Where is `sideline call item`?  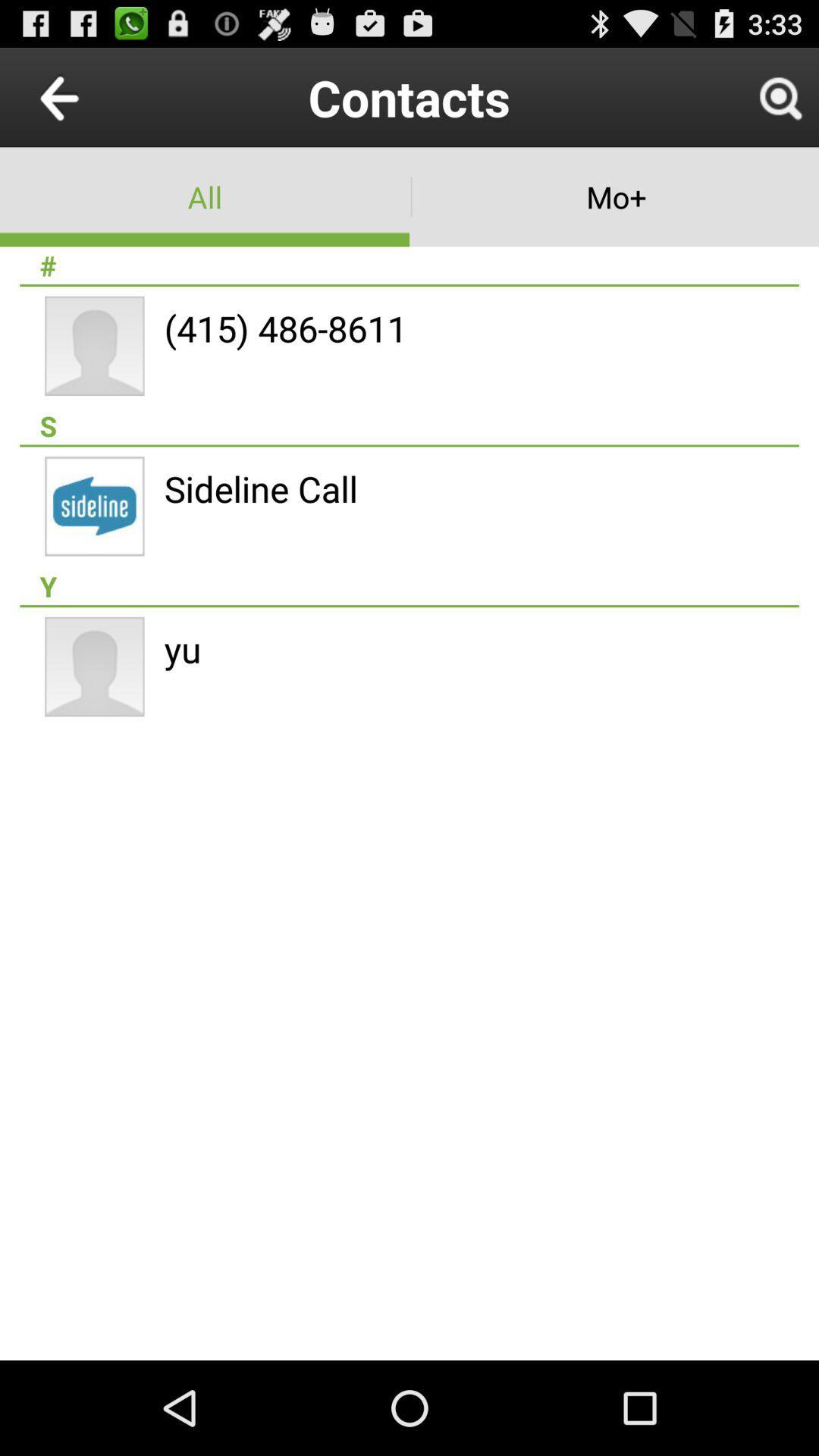
sideline call item is located at coordinates (260, 488).